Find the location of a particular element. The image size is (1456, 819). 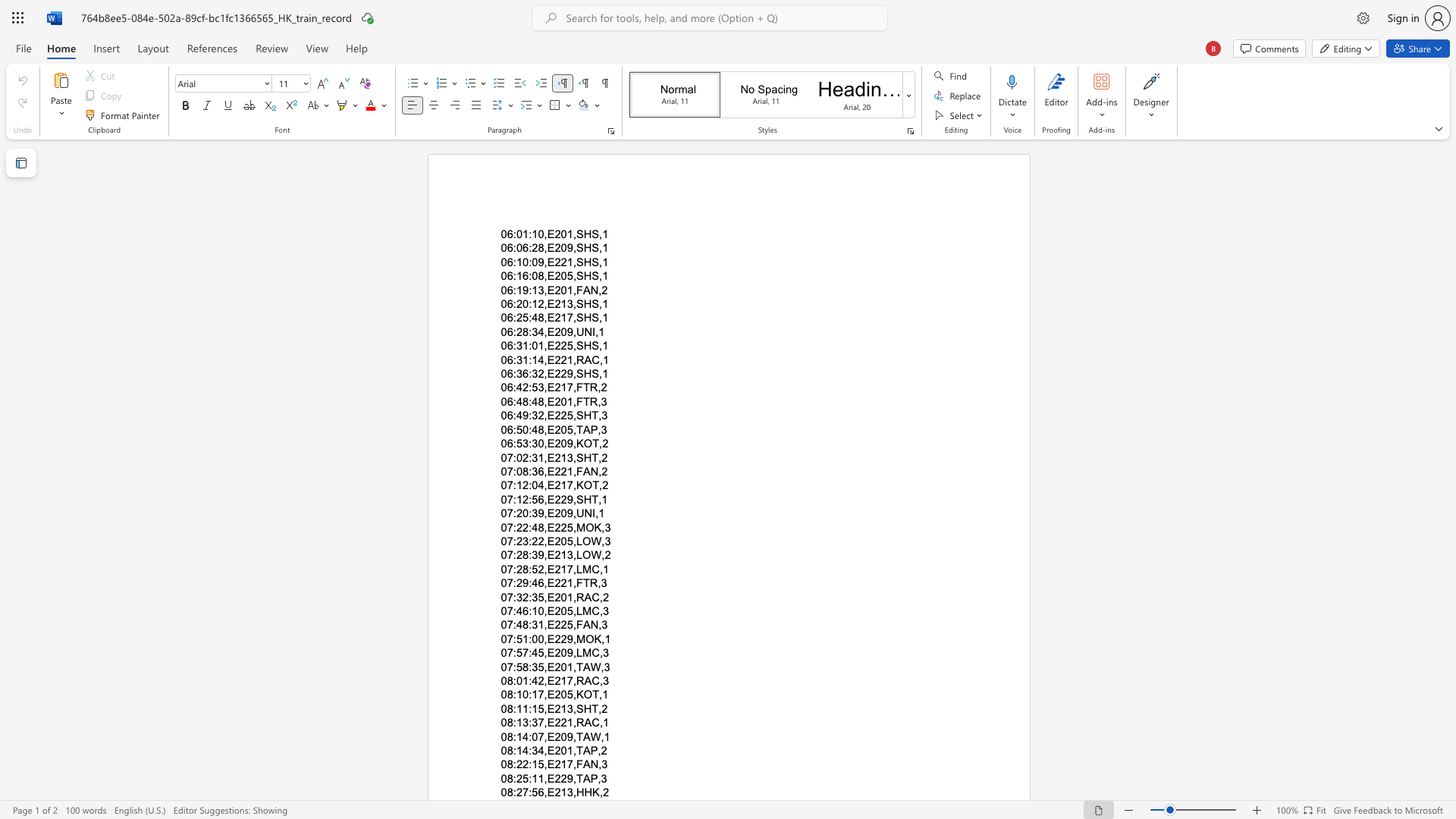

the space between the continuous character "S" and "H" in the text is located at coordinates (582, 261).